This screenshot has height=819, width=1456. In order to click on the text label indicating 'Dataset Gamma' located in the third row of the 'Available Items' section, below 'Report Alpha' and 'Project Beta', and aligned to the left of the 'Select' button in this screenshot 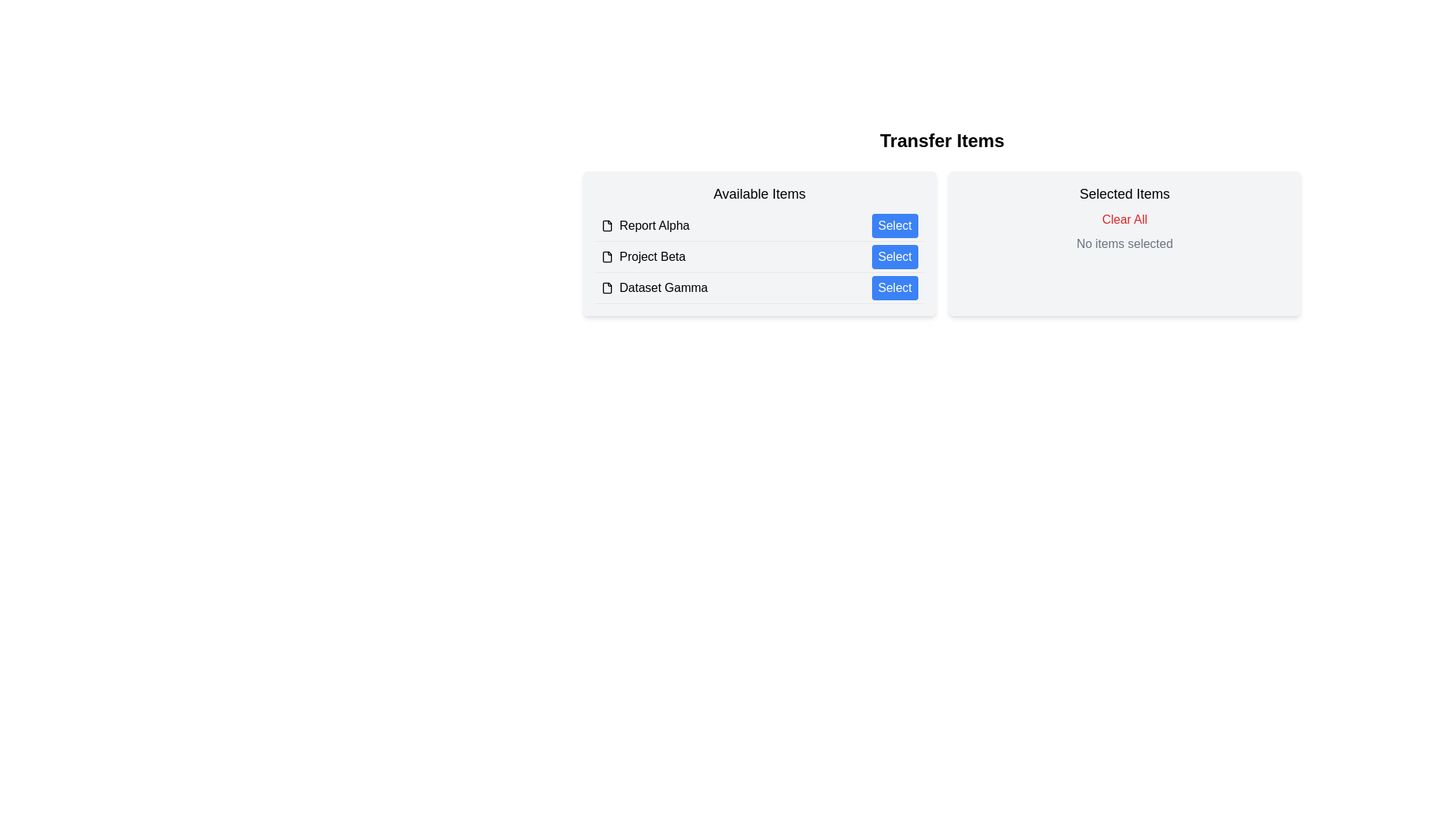, I will do `click(664, 288)`.